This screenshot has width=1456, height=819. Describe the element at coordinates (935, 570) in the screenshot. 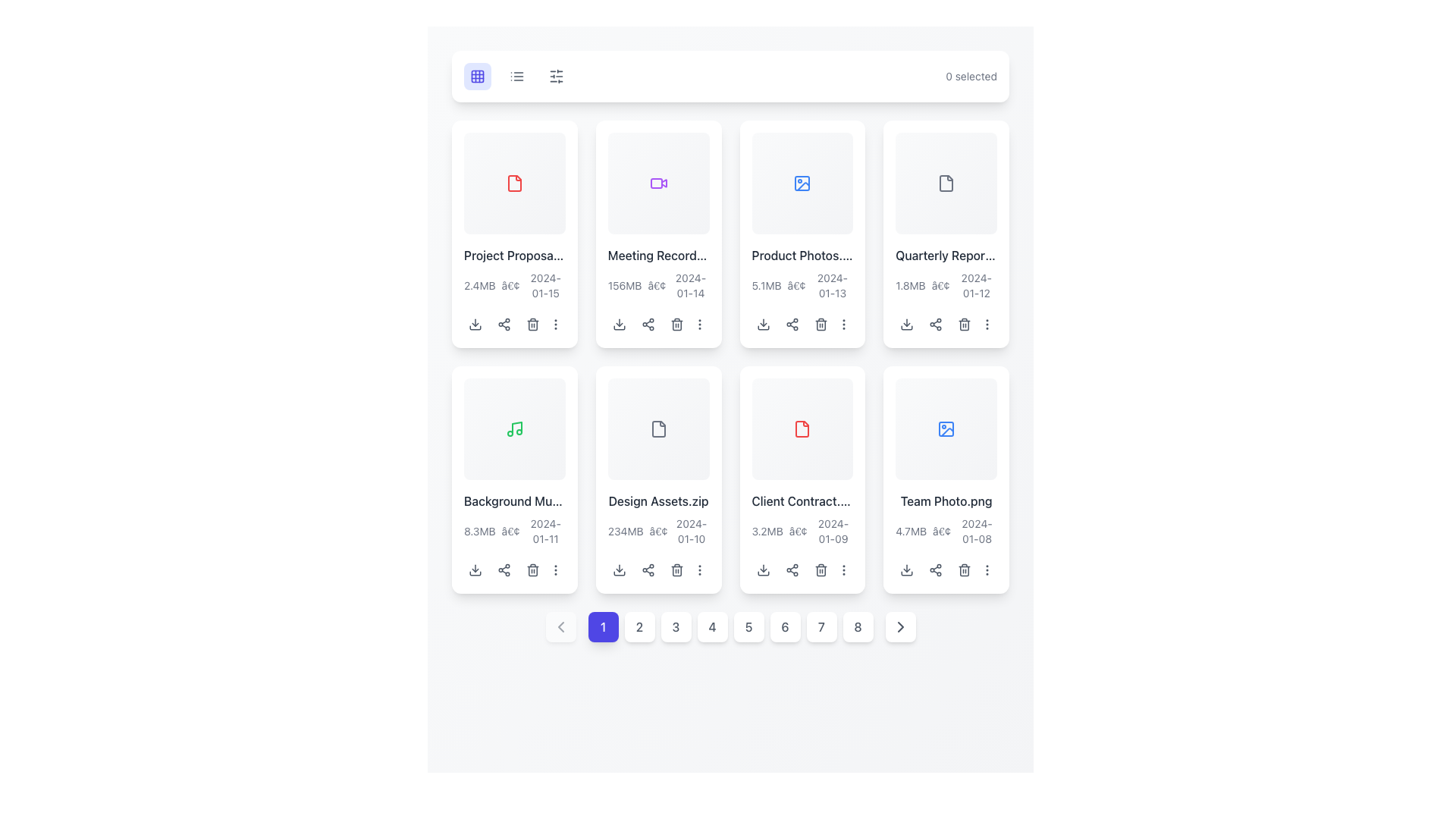

I see `the share button, which is a small icon resembling a share symbol, located at the bottom section of the 'Team Photo.png' card in the far-right position of the last row of the grid layout` at that location.